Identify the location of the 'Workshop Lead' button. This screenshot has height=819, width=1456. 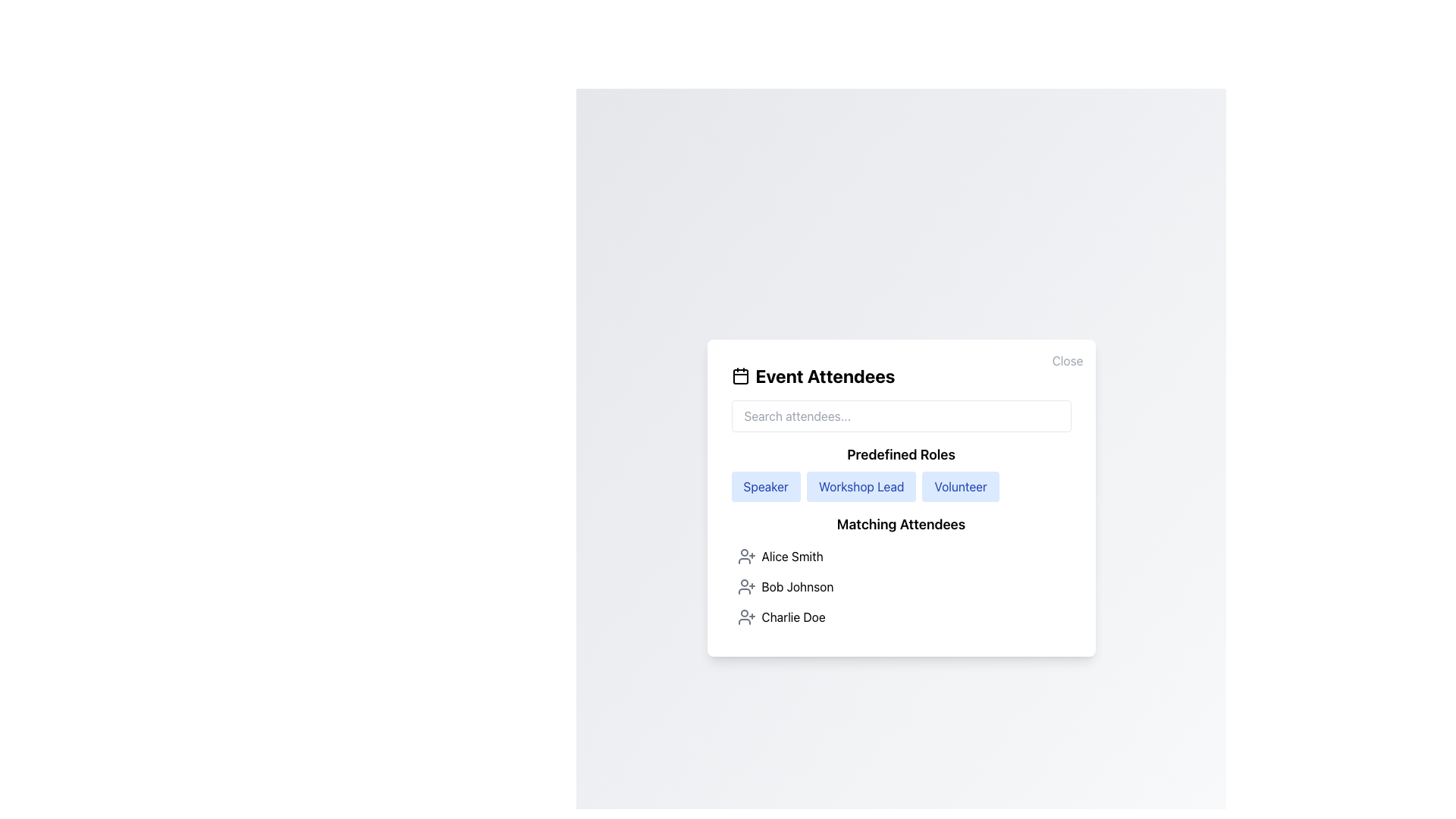
(861, 486).